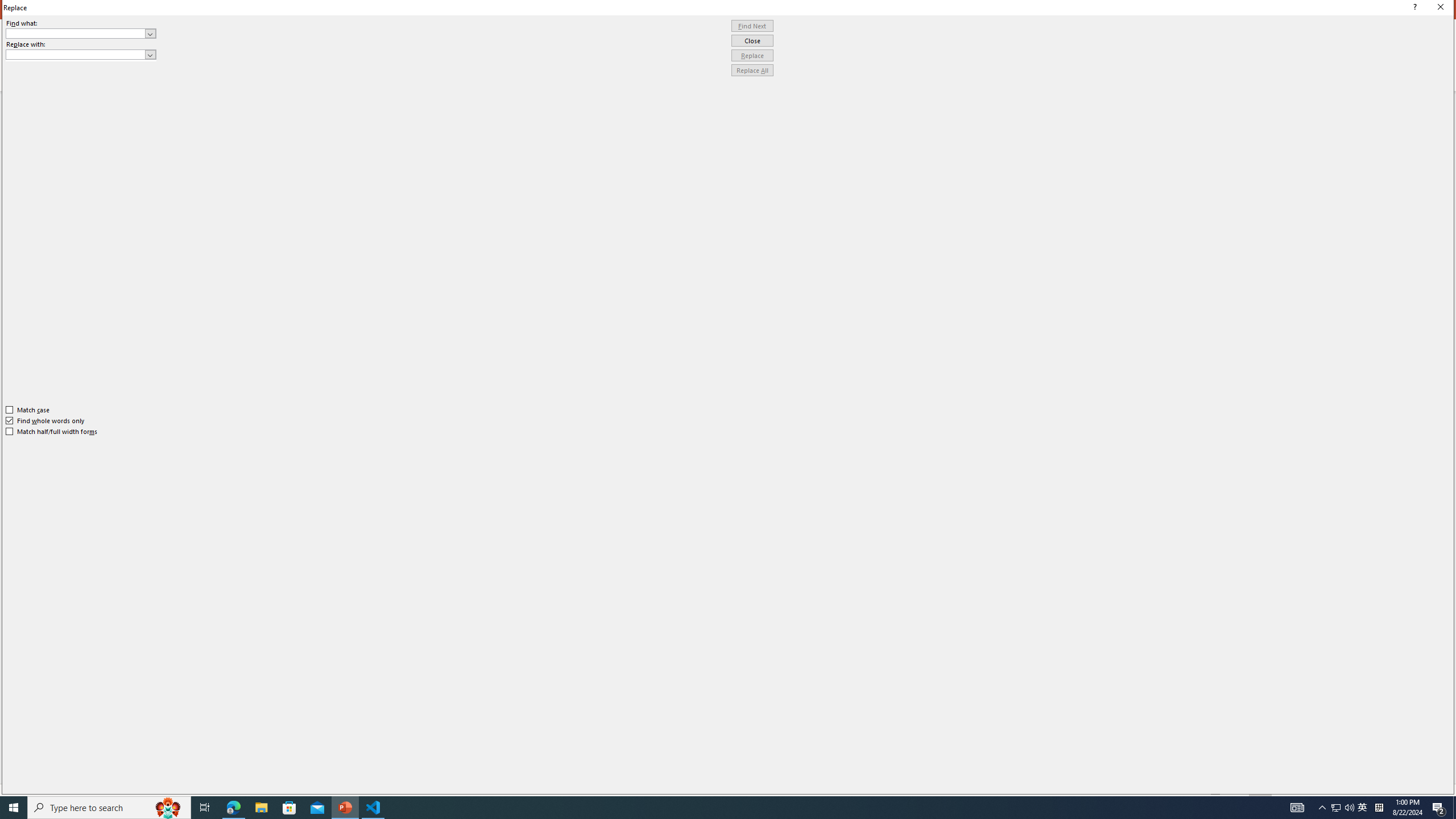 This screenshot has width=1456, height=819. I want to click on 'Find what', so click(81, 33).